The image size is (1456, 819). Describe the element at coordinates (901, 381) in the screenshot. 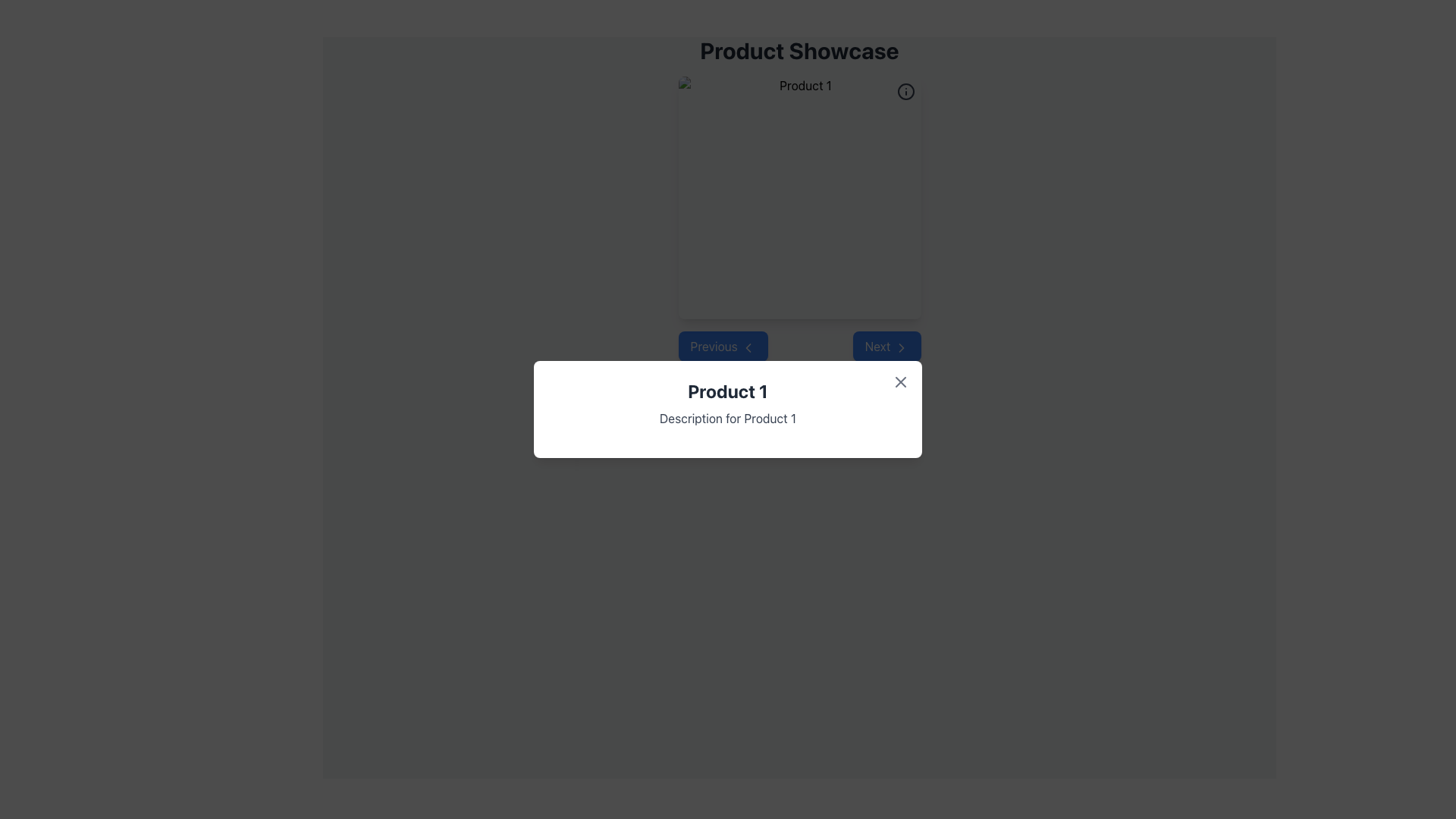

I see `the close button styled as an 'X' symbol located in the top-right corner of the modal box adjacent to the title text 'Product 1'` at that location.